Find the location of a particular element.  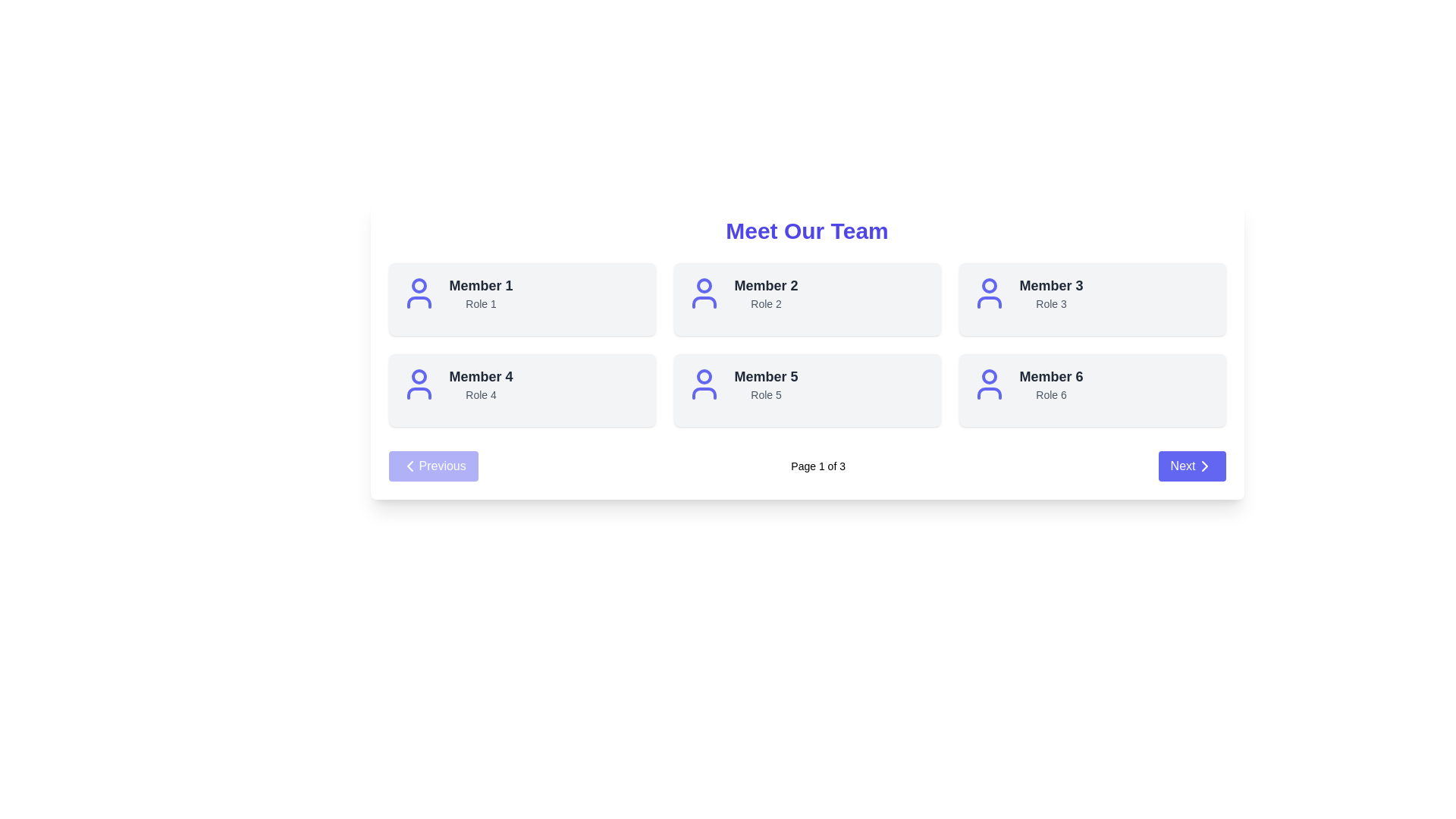

the Information card displaying team member details, located in the bottom row, first column of the grid layout is located at coordinates (806, 383).